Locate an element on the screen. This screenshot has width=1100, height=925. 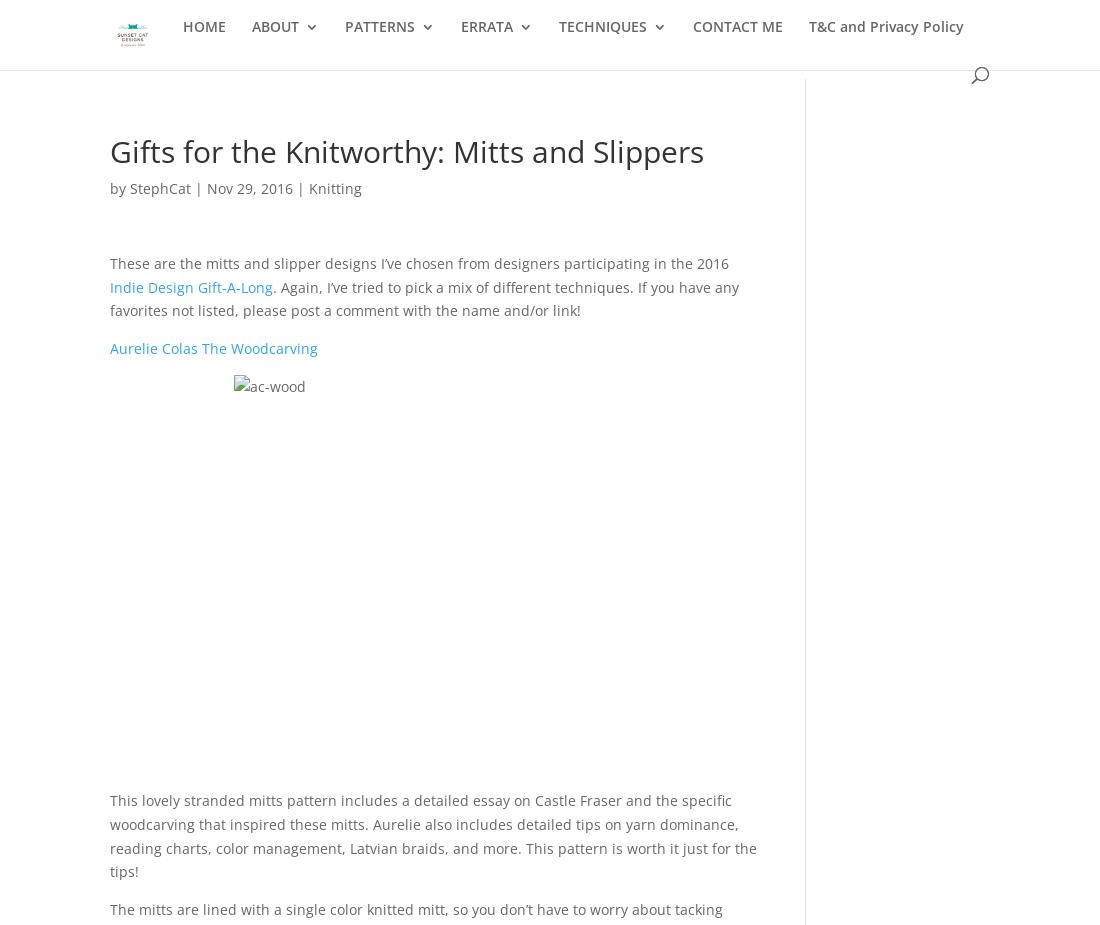
'Hitch' is located at coordinates (403, 297).